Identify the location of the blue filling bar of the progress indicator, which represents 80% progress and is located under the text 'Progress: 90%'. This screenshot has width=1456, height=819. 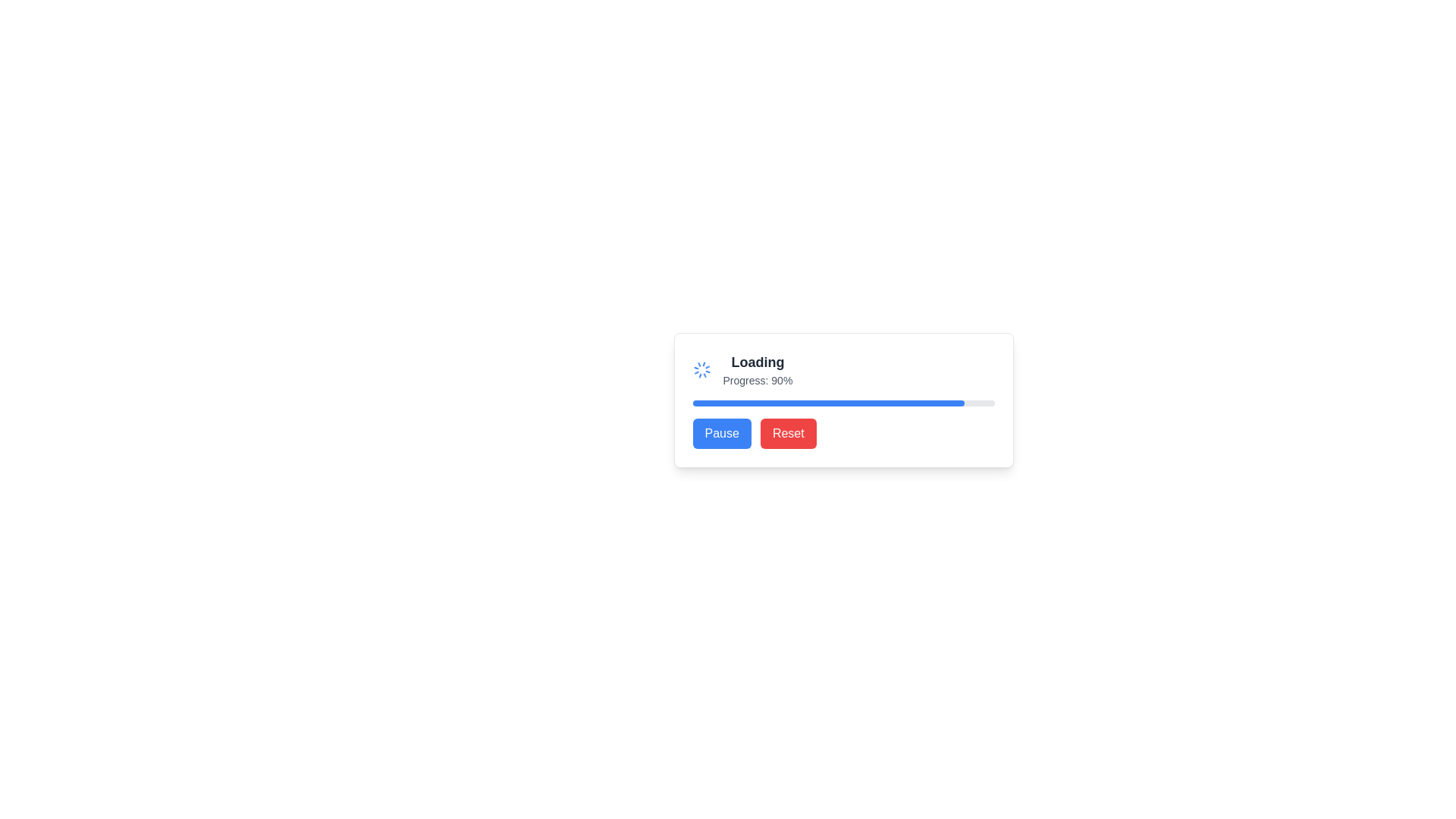
(812, 403).